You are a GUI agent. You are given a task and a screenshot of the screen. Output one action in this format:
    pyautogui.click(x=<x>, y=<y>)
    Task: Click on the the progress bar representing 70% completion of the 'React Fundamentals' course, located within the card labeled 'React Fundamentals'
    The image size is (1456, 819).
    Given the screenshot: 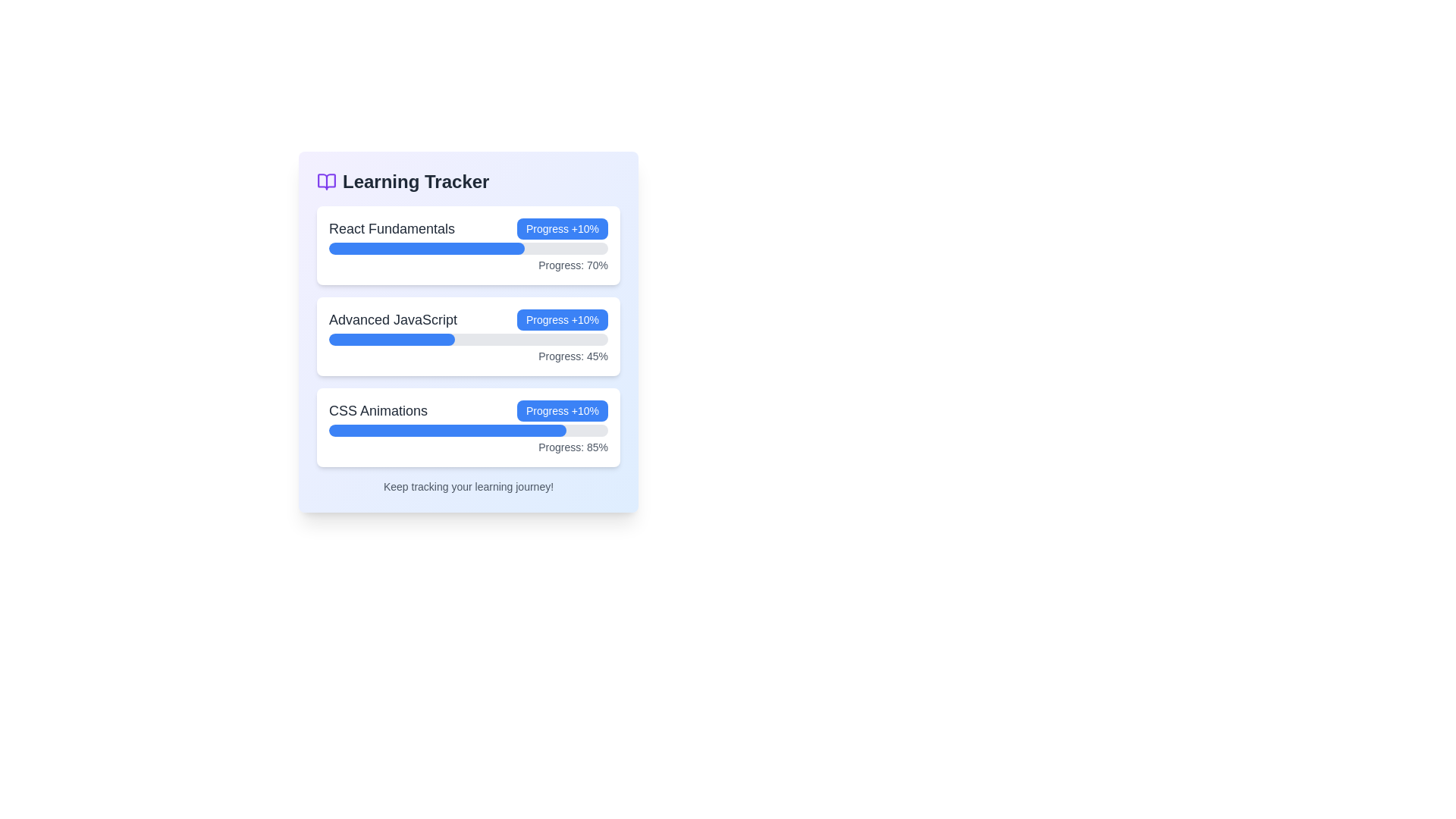 What is the action you would take?
    pyautogui.click(x=468, y=247)
    